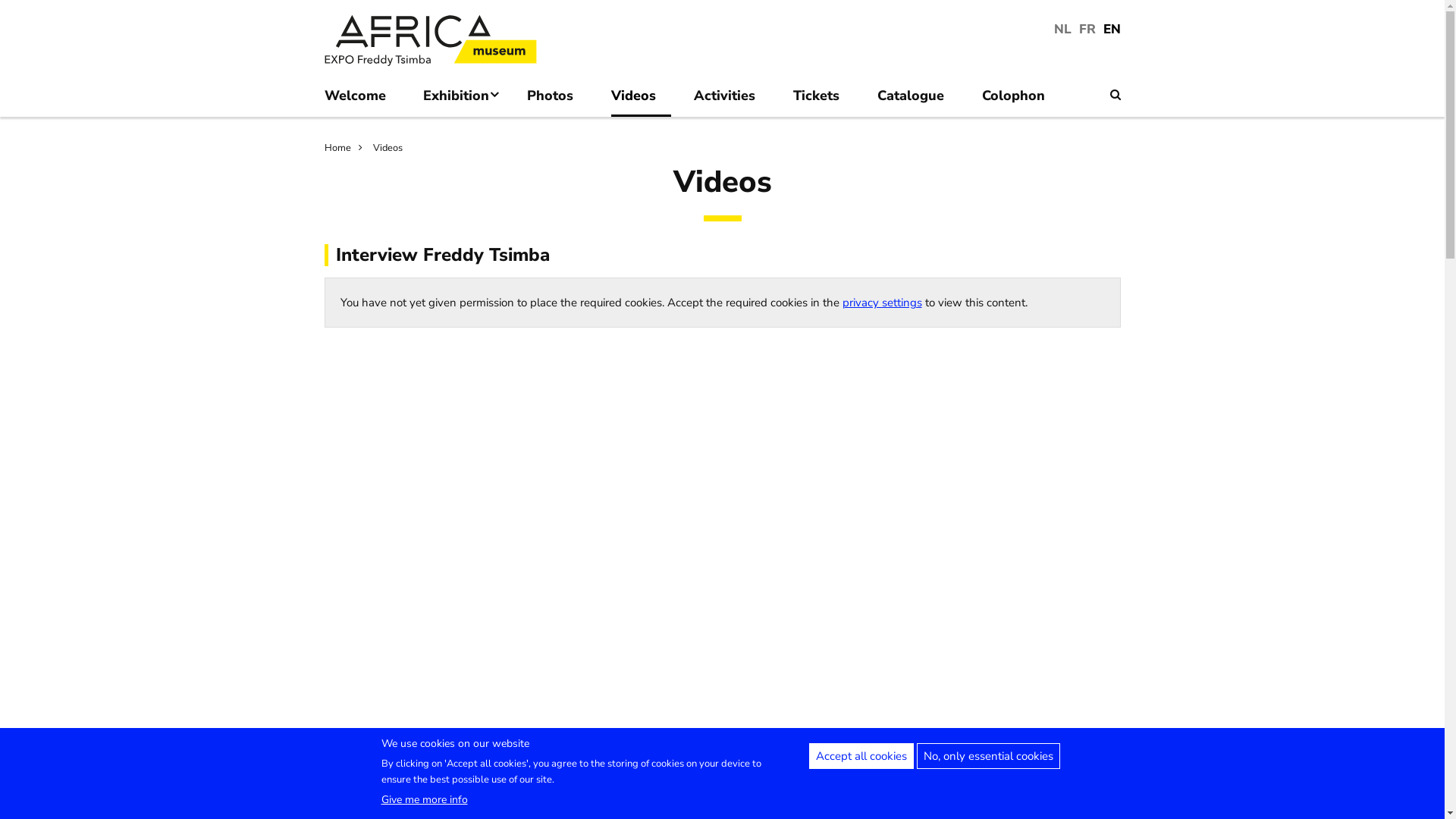  Describe the element at coordinates (860, 755) in the screenshot. I see `'Accept all cookies'` at that location.